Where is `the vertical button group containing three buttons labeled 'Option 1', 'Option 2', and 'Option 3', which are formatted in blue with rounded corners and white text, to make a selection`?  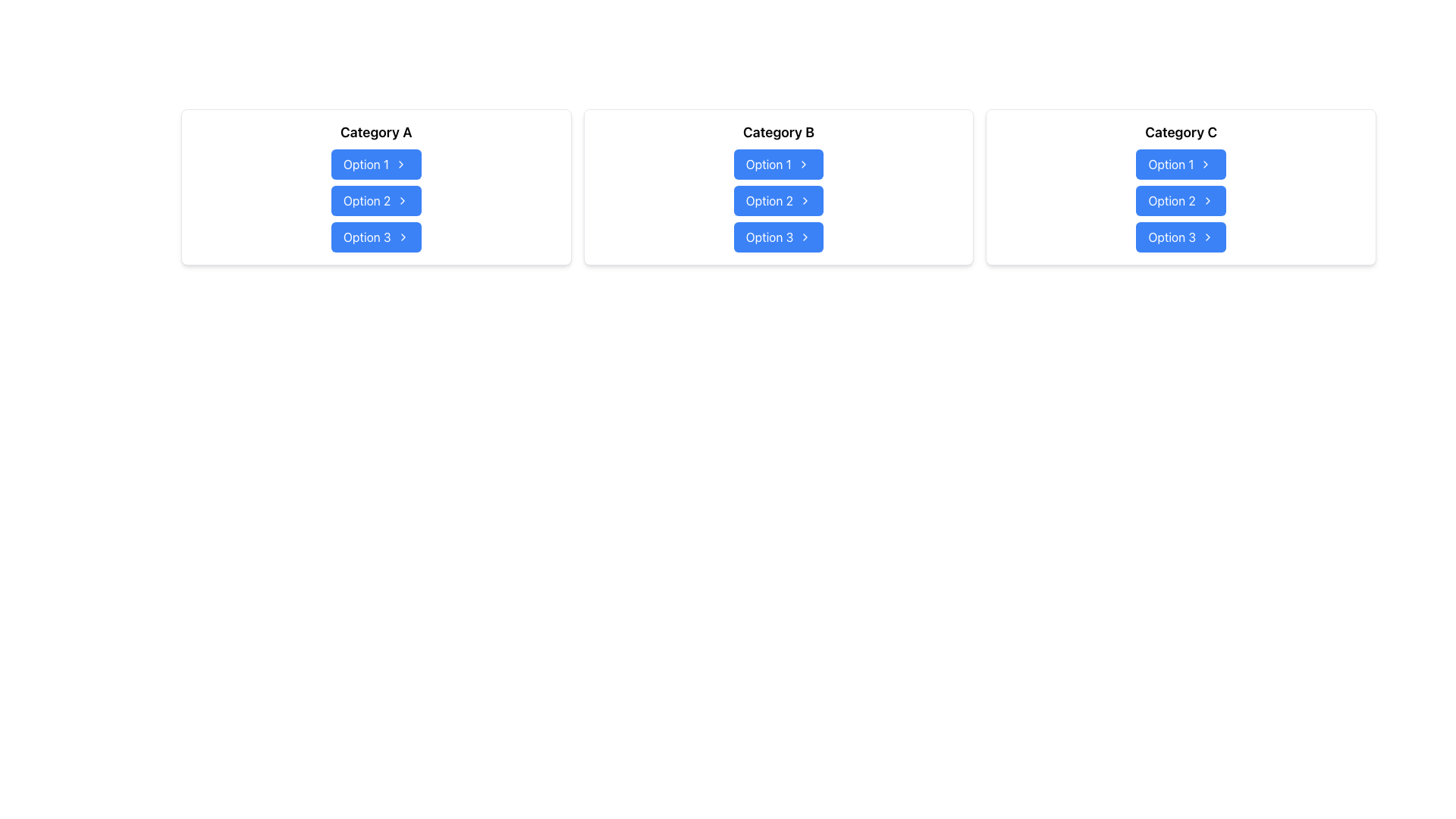 the vertical button group containing three buttons labeled 'Option 1', 'Option 2', and 'Option 3', which are formatted in blue with rounded corners and white text, to make a selection is located at coordinates (376, 200).